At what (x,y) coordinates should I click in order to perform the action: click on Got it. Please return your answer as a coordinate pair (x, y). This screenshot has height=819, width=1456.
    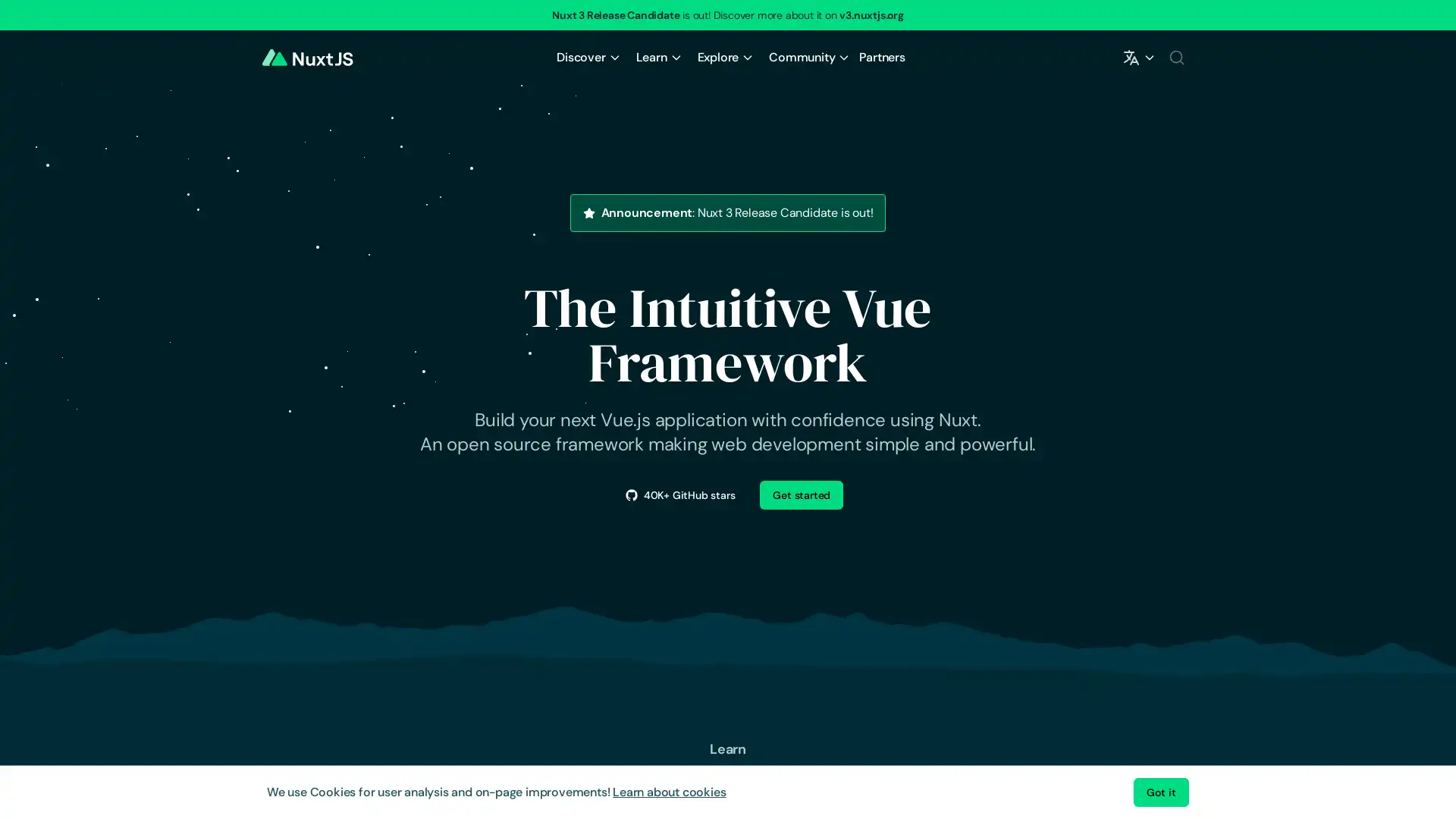
    Looking at the image, I should click on (1160, 792).